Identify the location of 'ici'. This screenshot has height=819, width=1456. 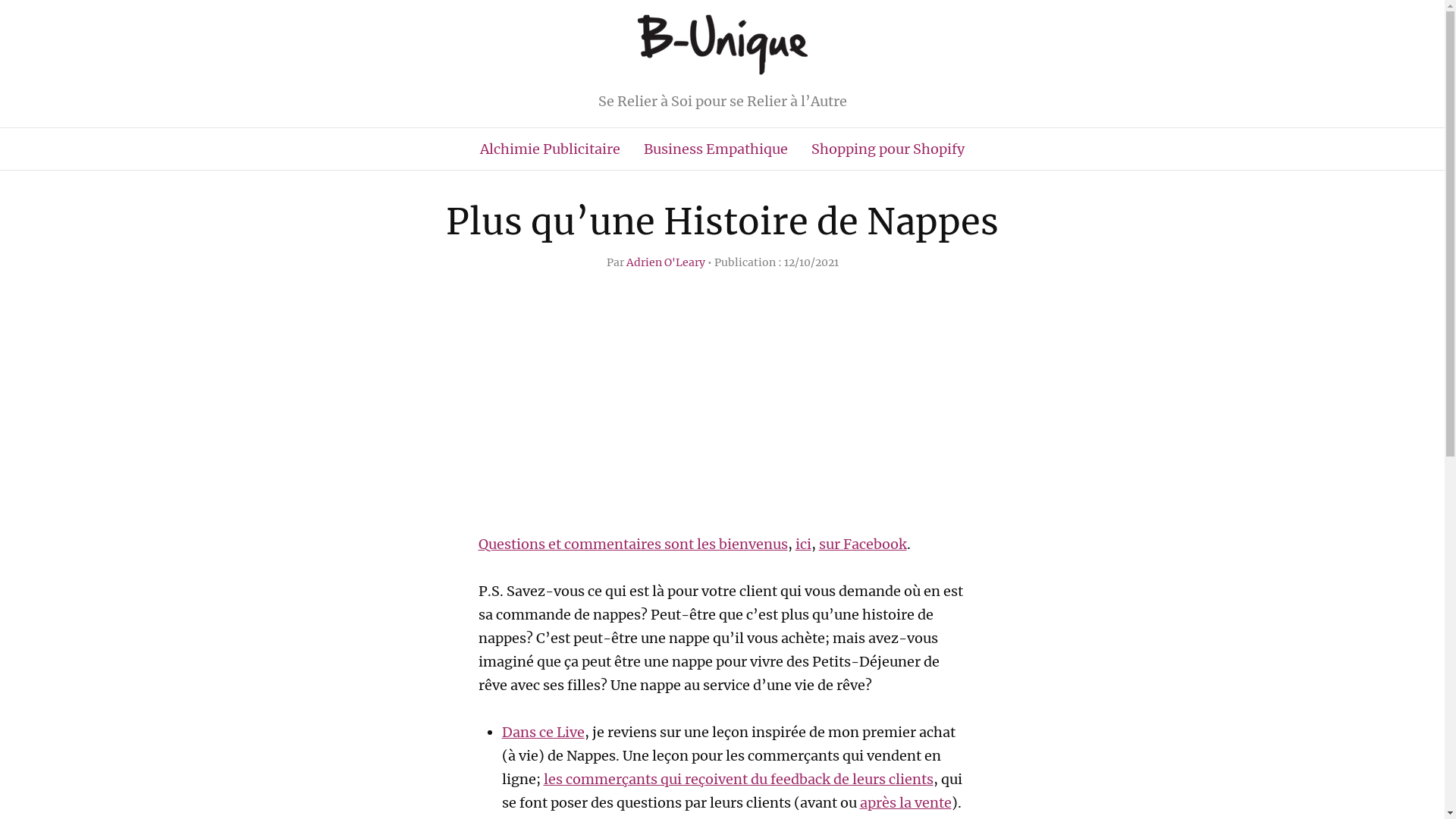
(802, 543).